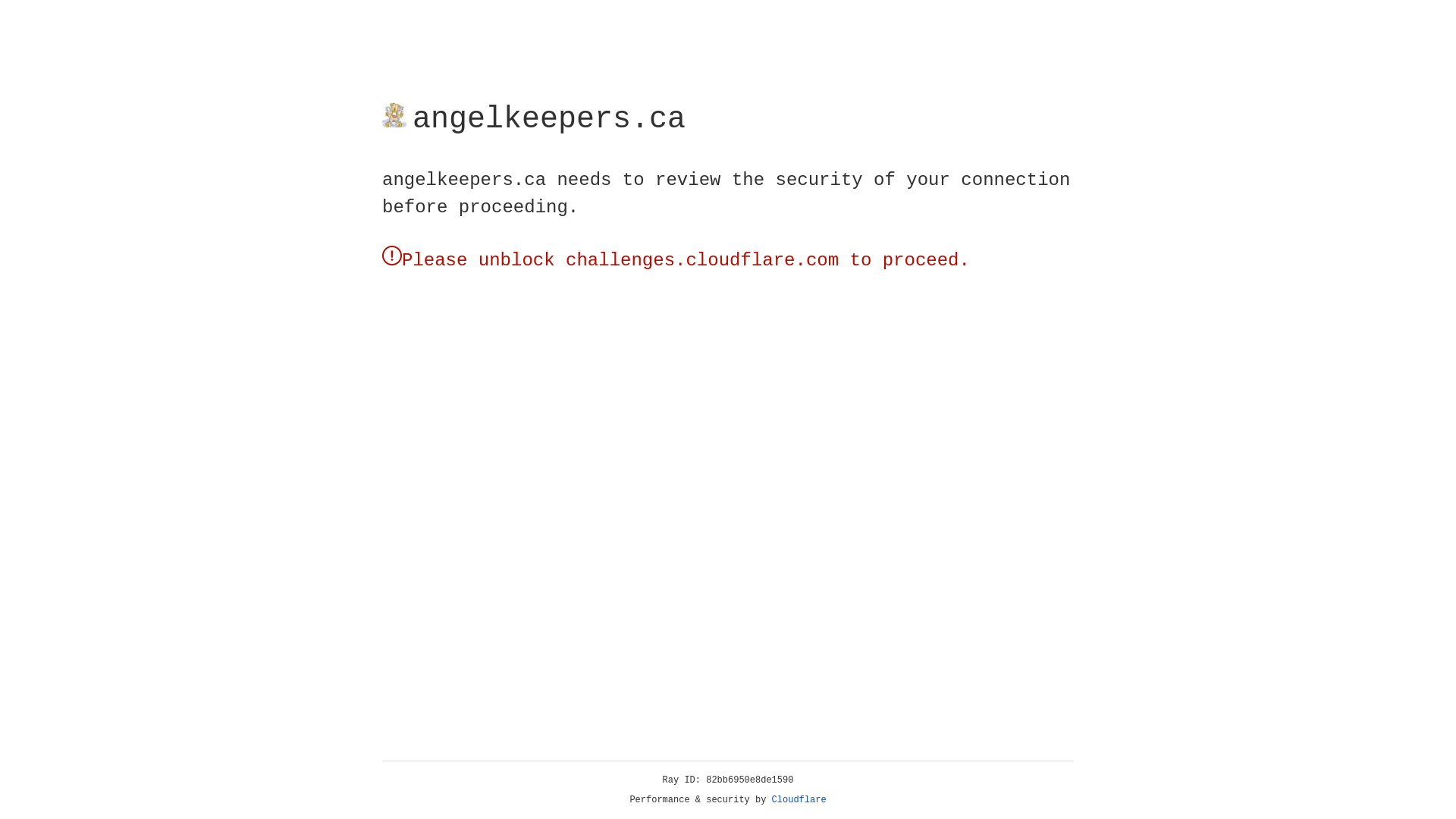 This screenshot has height=819, width=1456. Describe the element at coordinates (799, 799) in the screenshot. I see `'Cloudflare'` at that location.